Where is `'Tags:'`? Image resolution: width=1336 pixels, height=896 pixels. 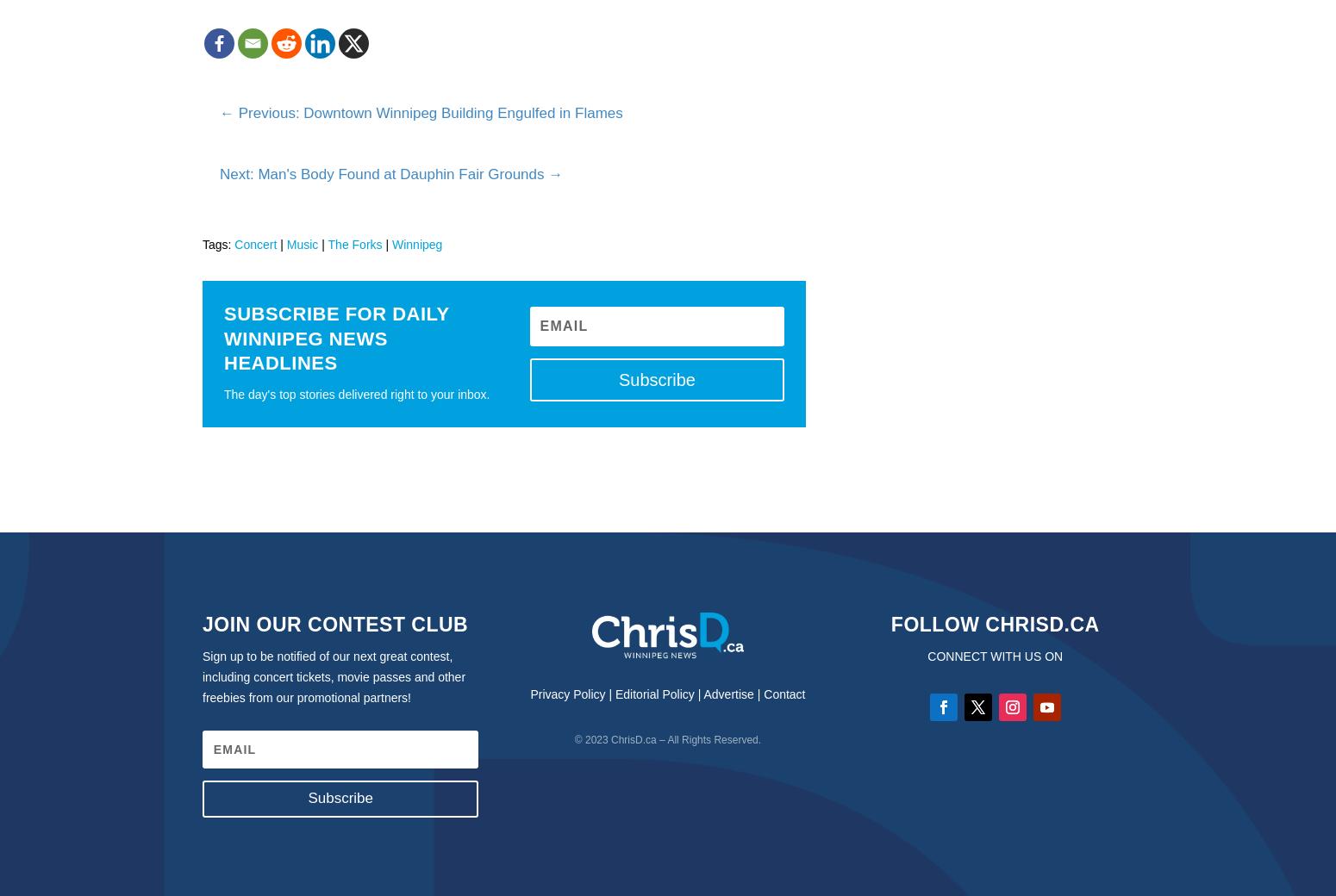
'Tags:' is located at coordinates (218, 242).